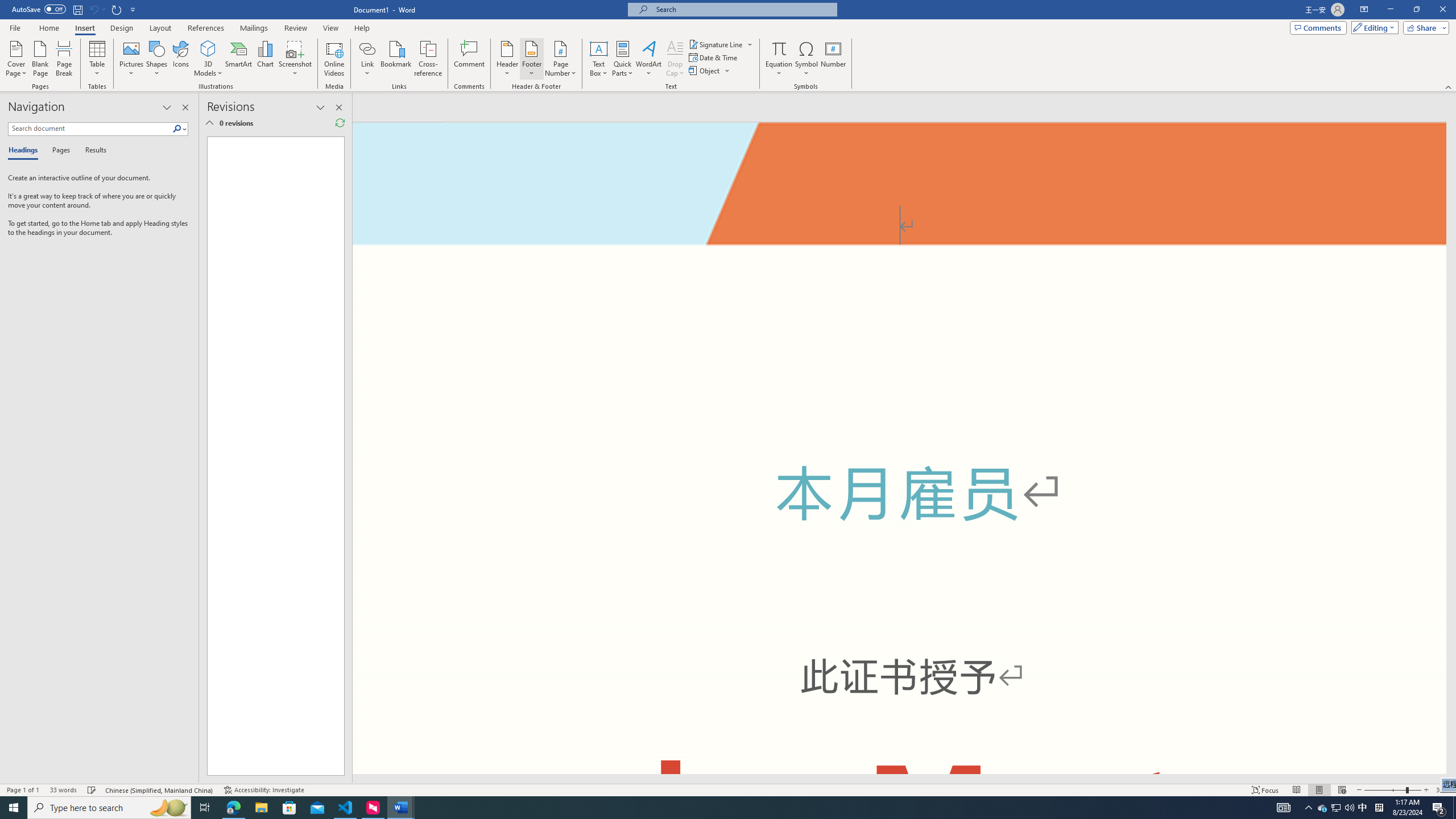  I want to click on 'Cover Page', so click(16, 59).